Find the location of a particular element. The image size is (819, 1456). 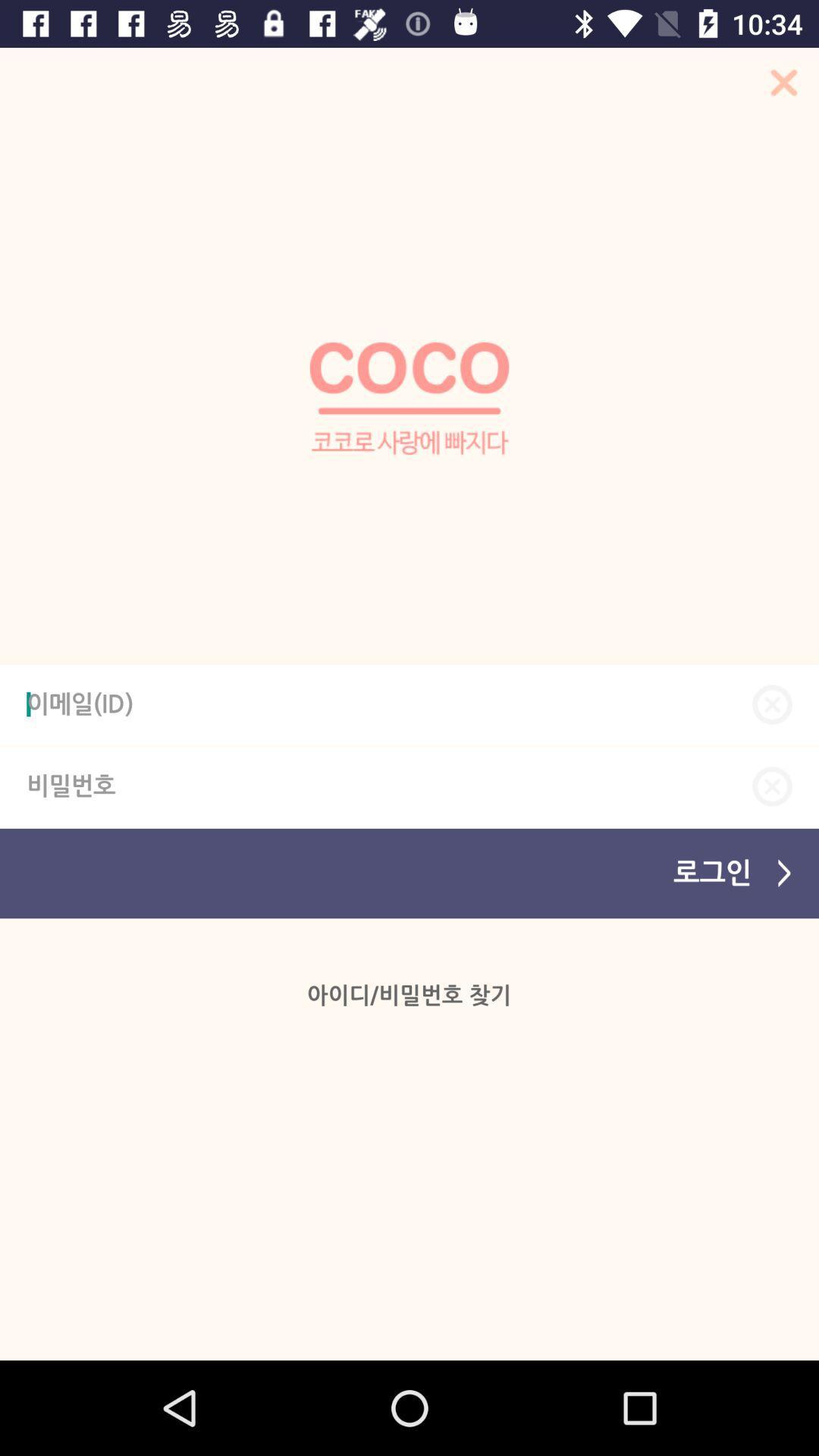

icon at the top right corner is located at coordinates (779, 86).